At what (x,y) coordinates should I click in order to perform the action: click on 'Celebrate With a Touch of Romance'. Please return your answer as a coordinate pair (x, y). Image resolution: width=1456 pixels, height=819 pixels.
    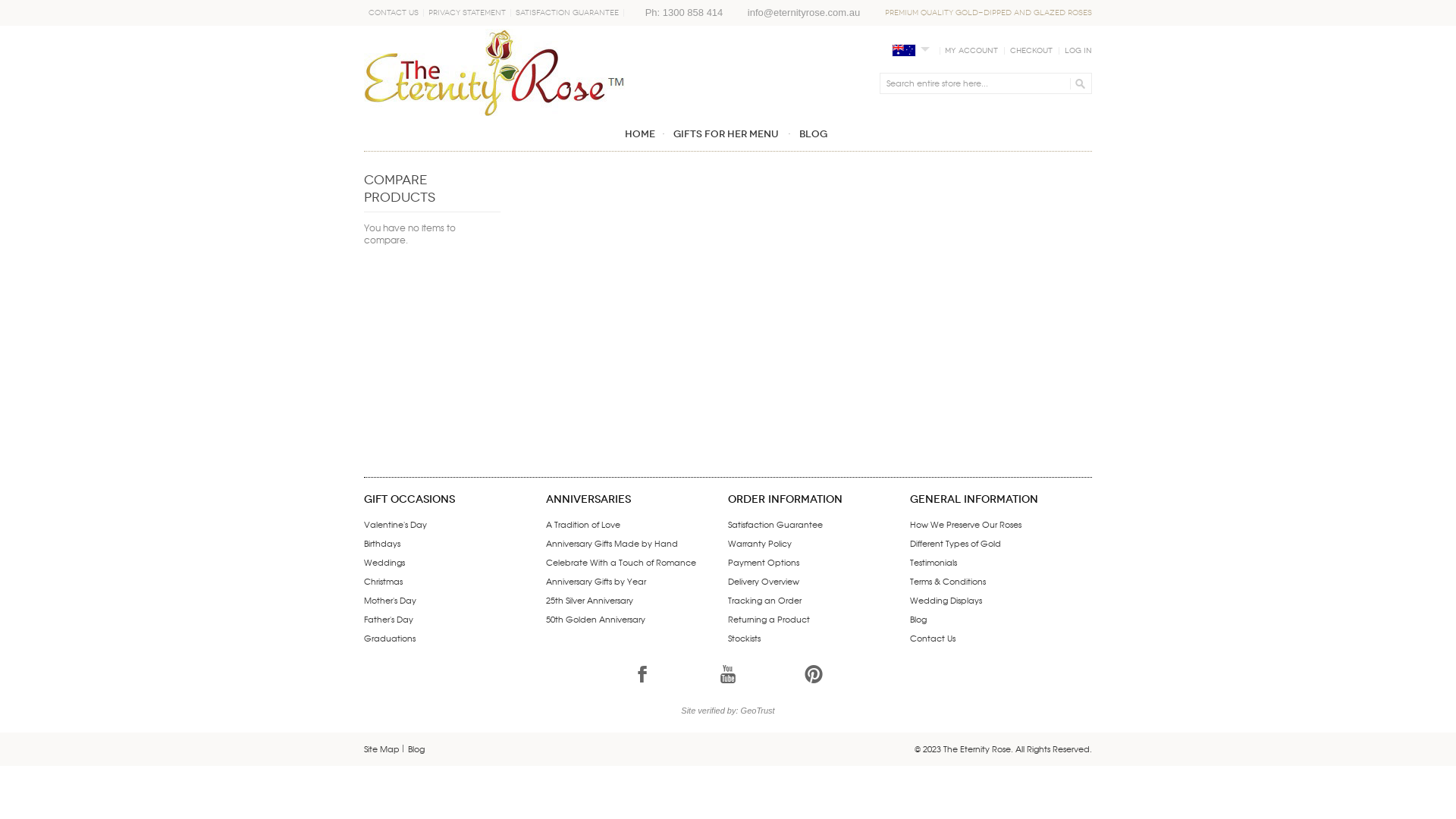
    Looking at the image, I should click on (621, 562).